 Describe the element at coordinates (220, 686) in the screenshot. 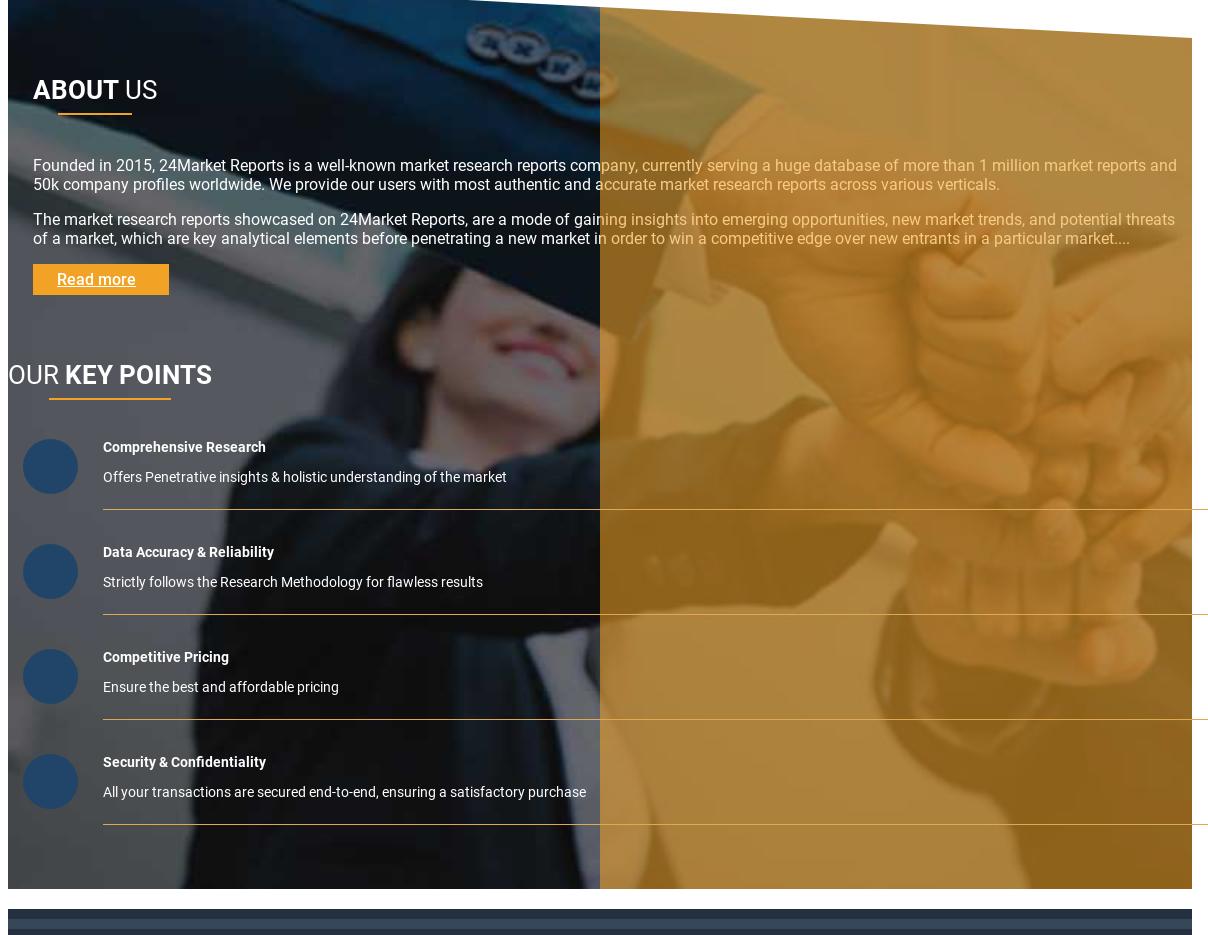

I see `'Ensure the best and affordable pricing'` at that location.